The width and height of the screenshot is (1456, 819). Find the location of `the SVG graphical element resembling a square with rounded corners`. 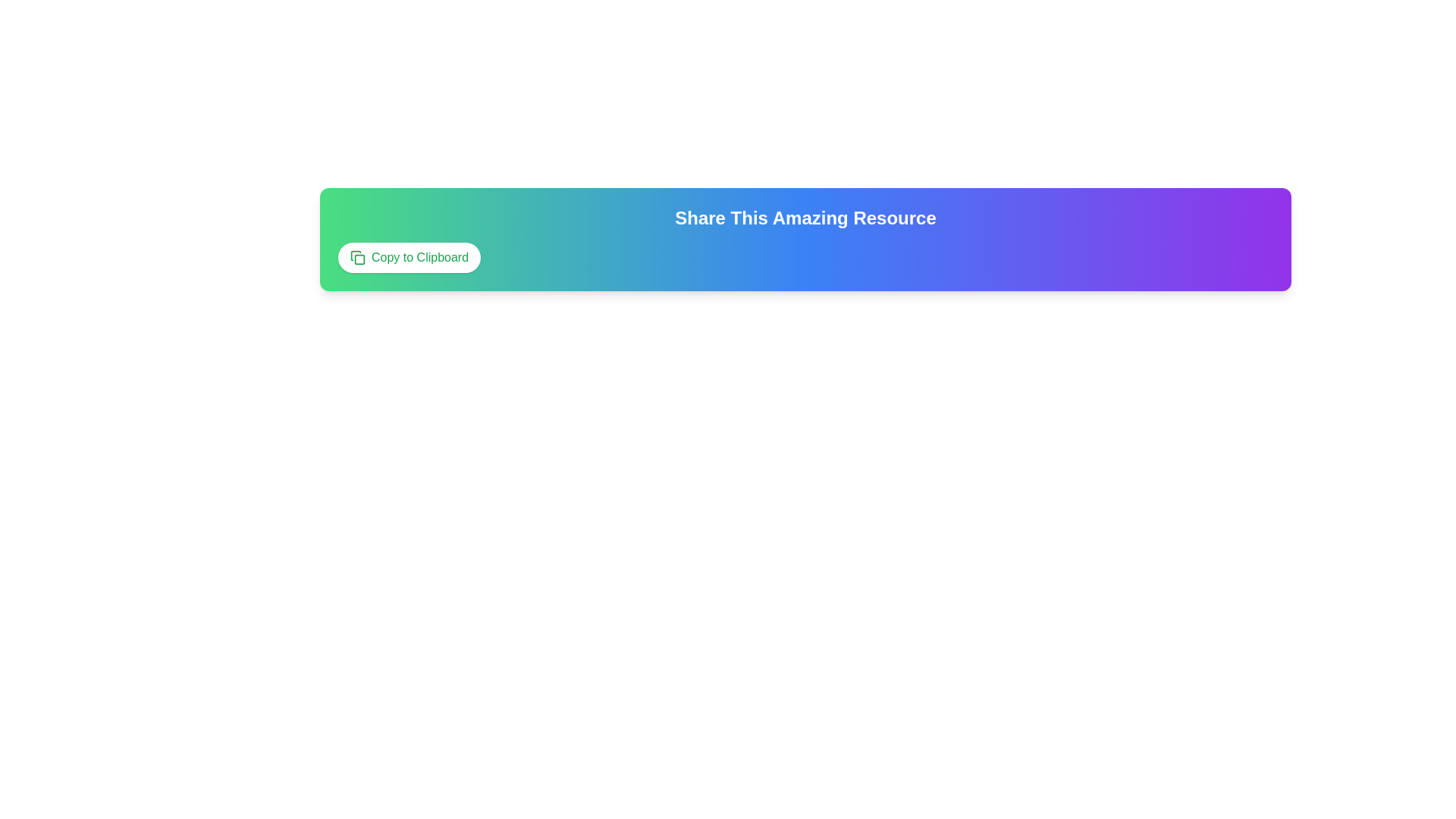

the SVG graphical element resembling a square with rounded corners is located at coordinates (359, 259).